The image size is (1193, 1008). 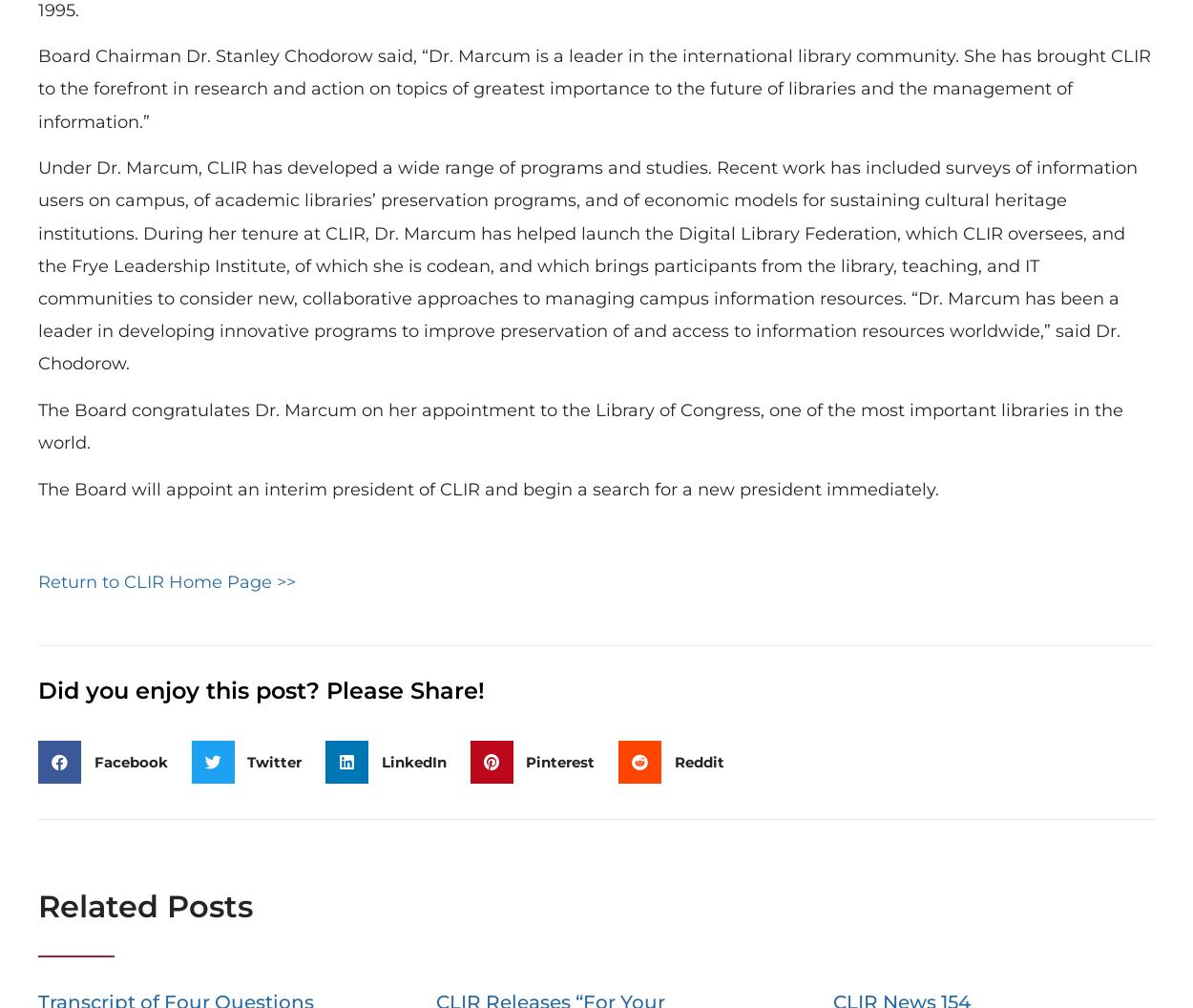 I want to click on 'Pinterest', so click(x=559, y=761).